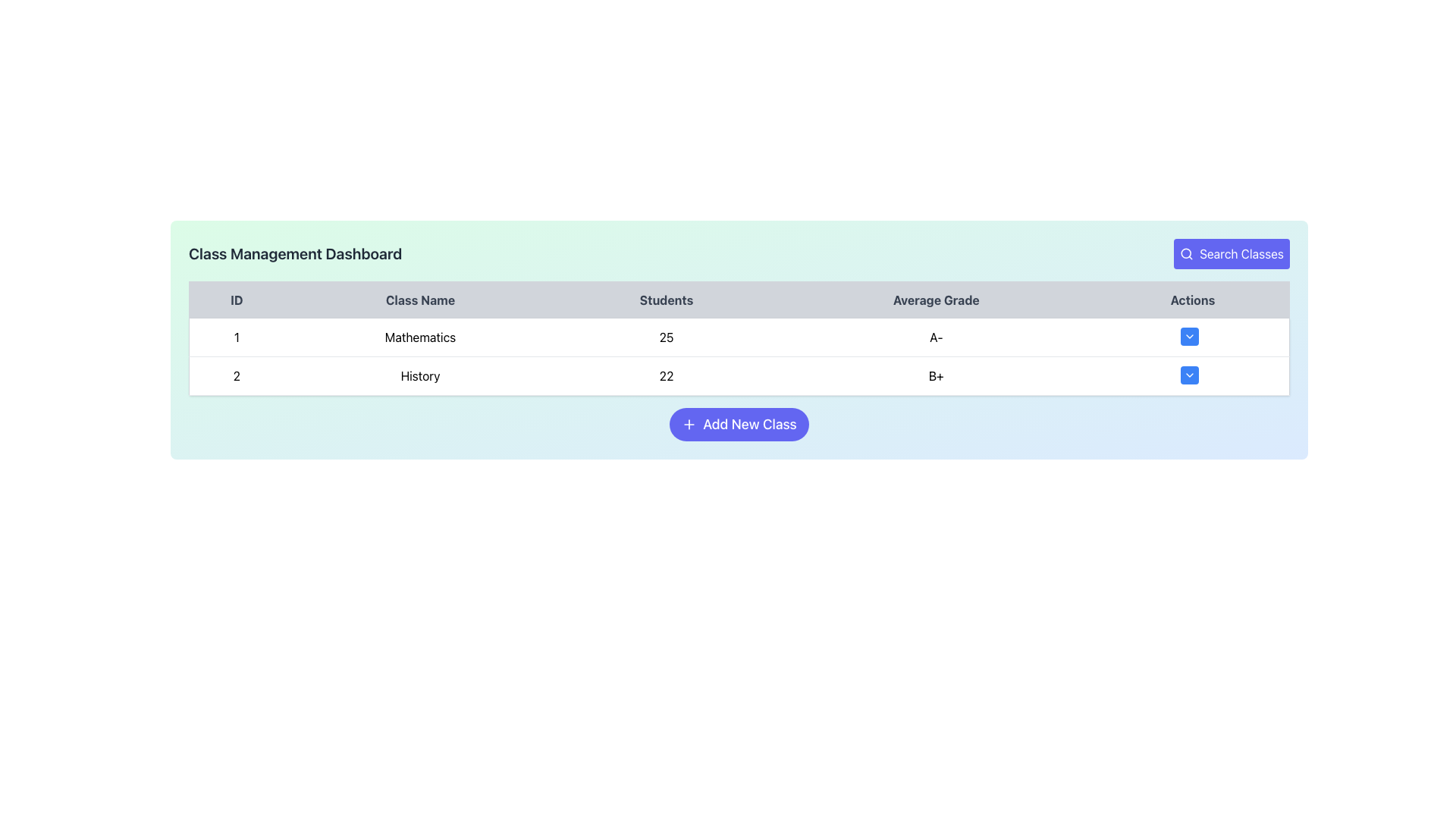 Image resolution: width=1456 pixels, height=819 pixels. I want to click on the compact blue button with rounded corners and a chevron icon pointing downwards in the 'Actions' column of the second row of the table, corresponding to the 'History' class, so click(1192, 375).